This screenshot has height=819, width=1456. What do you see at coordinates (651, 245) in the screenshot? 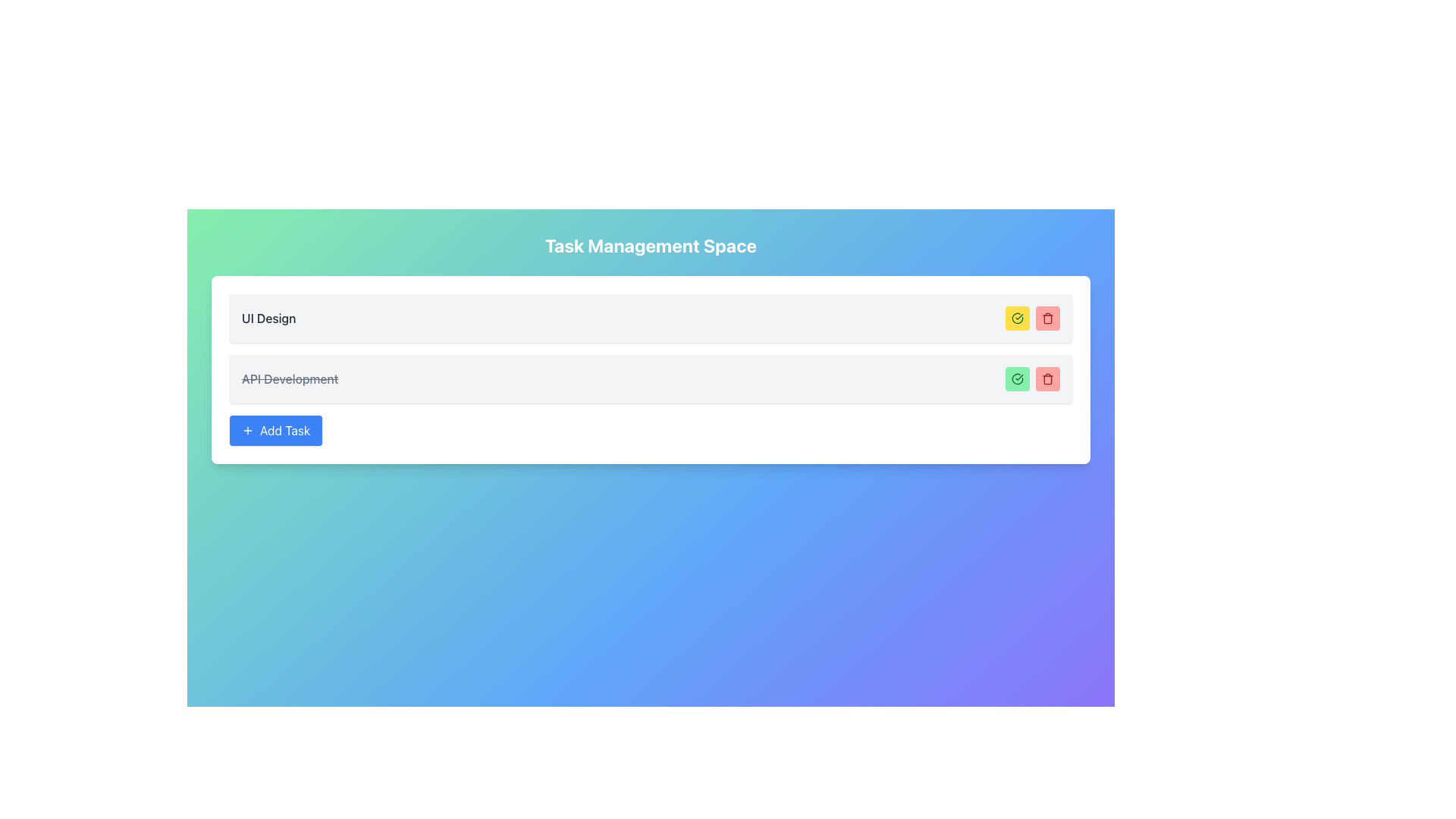
I see `the text label that serves as a descriptive title or header for the interface, located centrally at the top of the page` at bounding box center [651, 245].